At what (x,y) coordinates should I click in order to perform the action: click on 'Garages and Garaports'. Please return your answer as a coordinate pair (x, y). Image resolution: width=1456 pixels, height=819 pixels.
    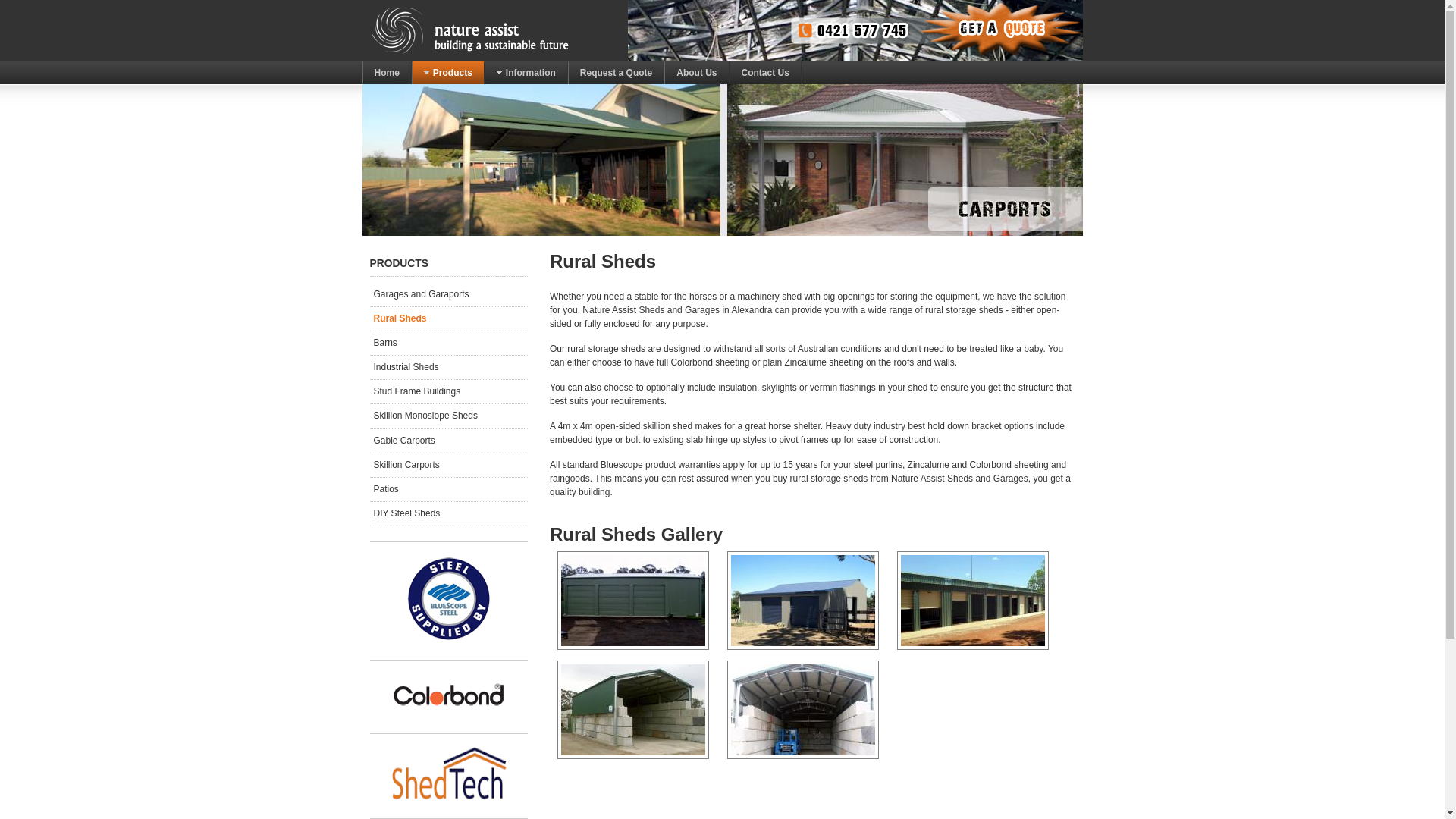
    Looking at the image, I should click on (447, 294).